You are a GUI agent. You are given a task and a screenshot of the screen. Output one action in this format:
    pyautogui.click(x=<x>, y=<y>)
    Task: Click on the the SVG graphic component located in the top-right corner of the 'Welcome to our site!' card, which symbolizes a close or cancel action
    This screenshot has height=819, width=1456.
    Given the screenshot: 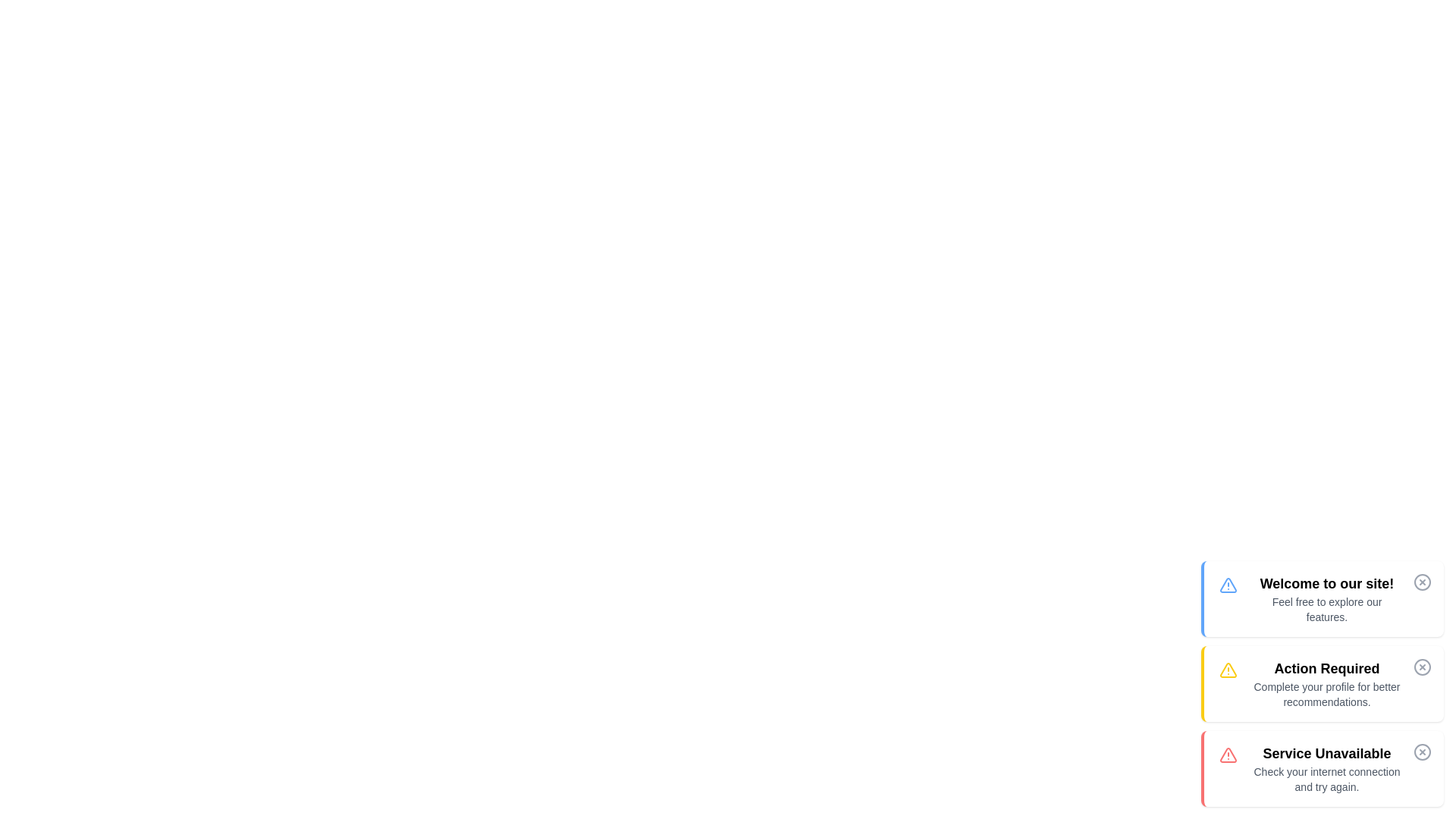 What is the action you would take?
    pyautogui.click(x=1422, y=581)
    